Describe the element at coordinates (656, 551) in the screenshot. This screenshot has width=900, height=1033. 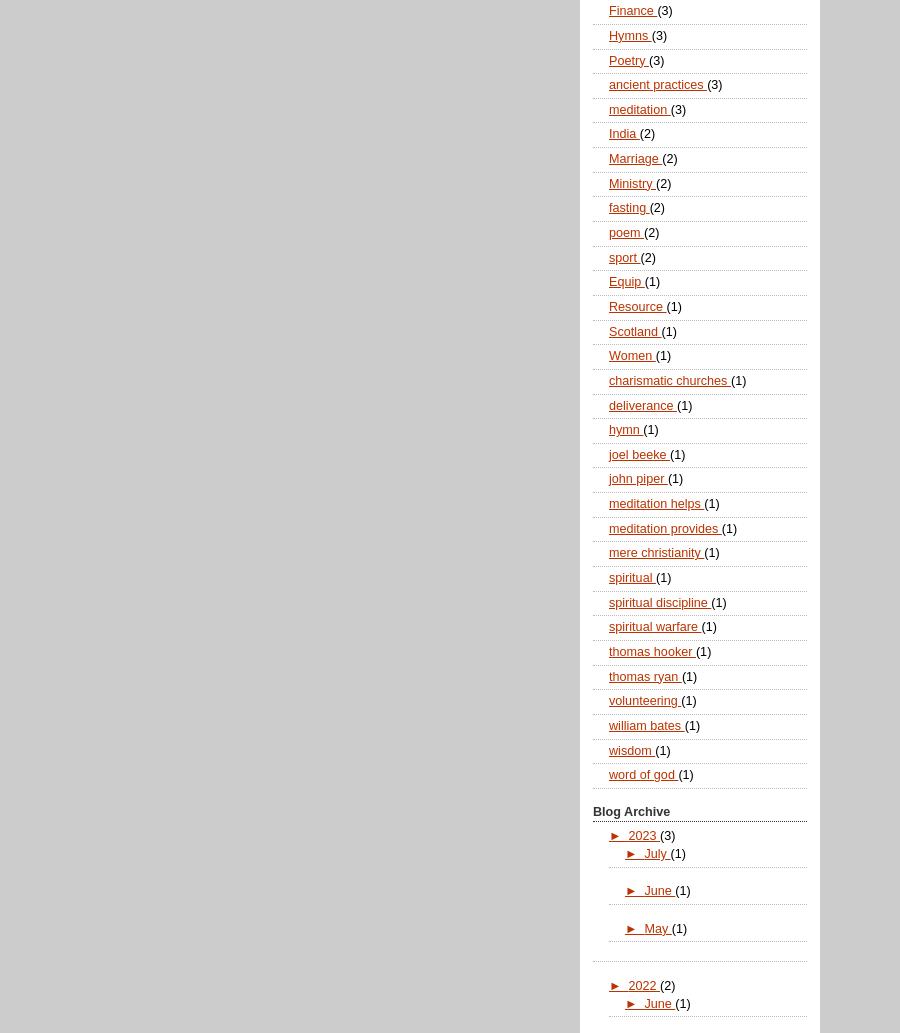
I see `'mere christianity'` at that location.